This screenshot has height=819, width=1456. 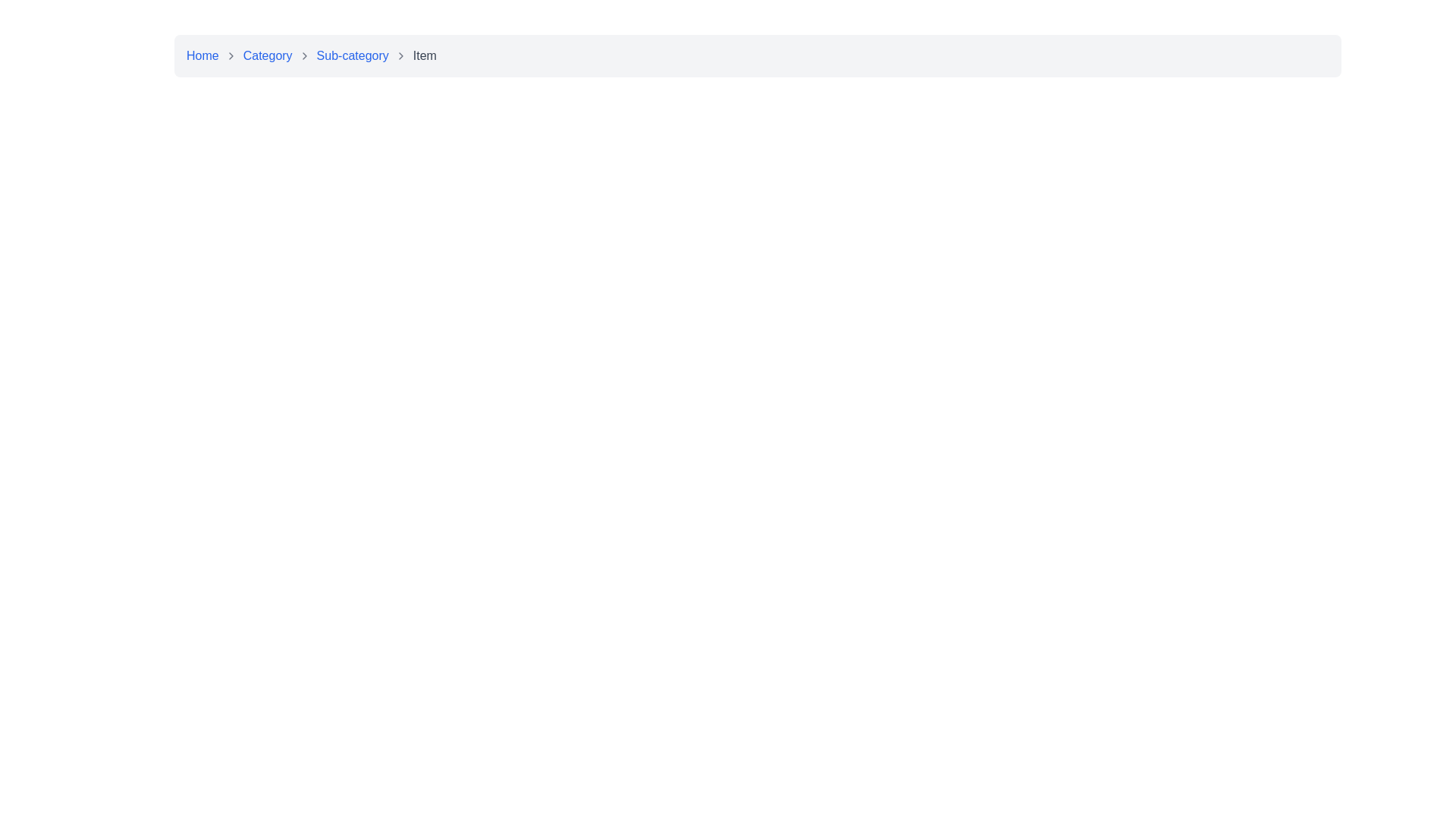 I want to click on the static text label displaying 'Item' in the breadcrumb navigation bar, which is the fourth entry in the sequence and is positioned at the far-right end, next to a chevron icon, so click(x=425, y=55).